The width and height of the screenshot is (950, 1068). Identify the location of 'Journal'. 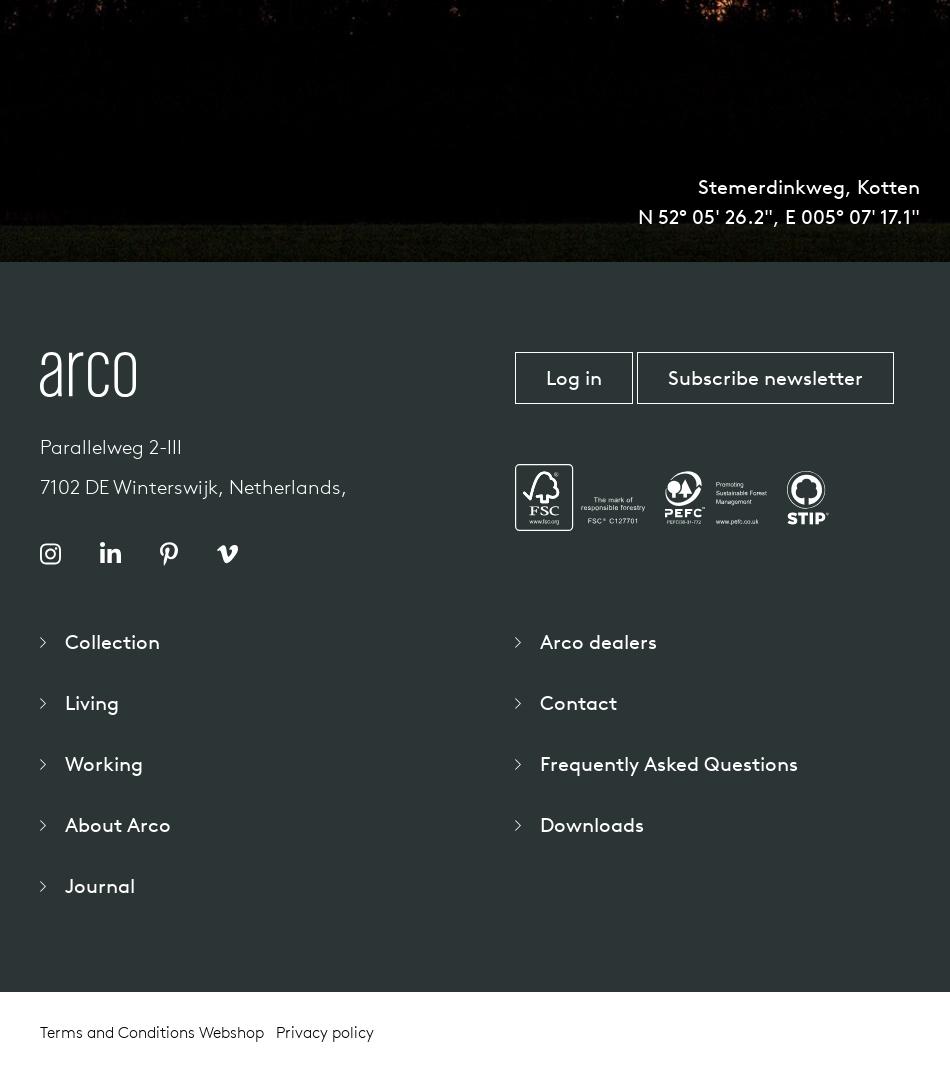
(100, 884).